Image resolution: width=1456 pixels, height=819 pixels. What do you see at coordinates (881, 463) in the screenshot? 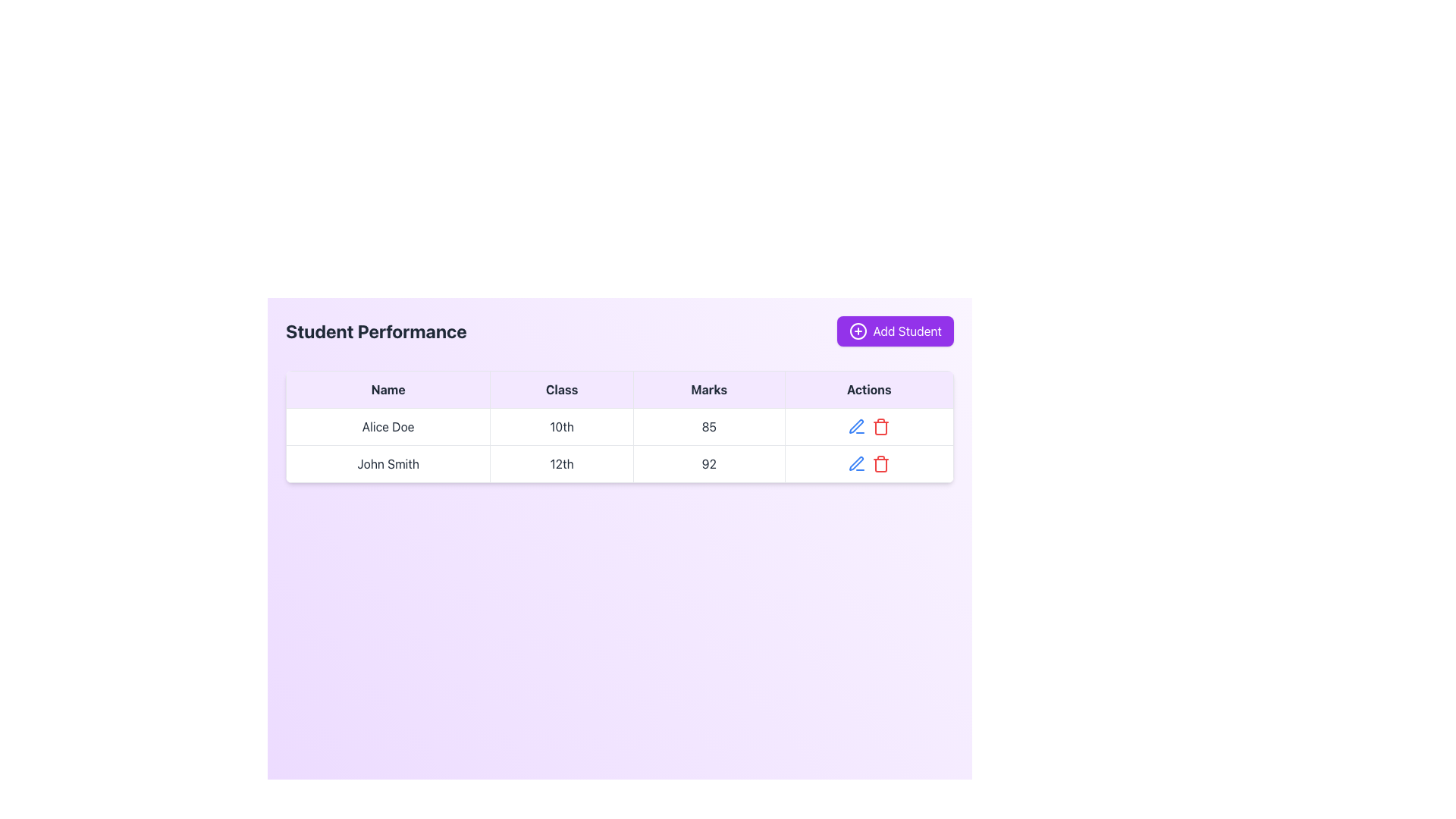
I see `the delete icon in the 'Actions' column of the second row of the table` at bounding box center [881, 463].